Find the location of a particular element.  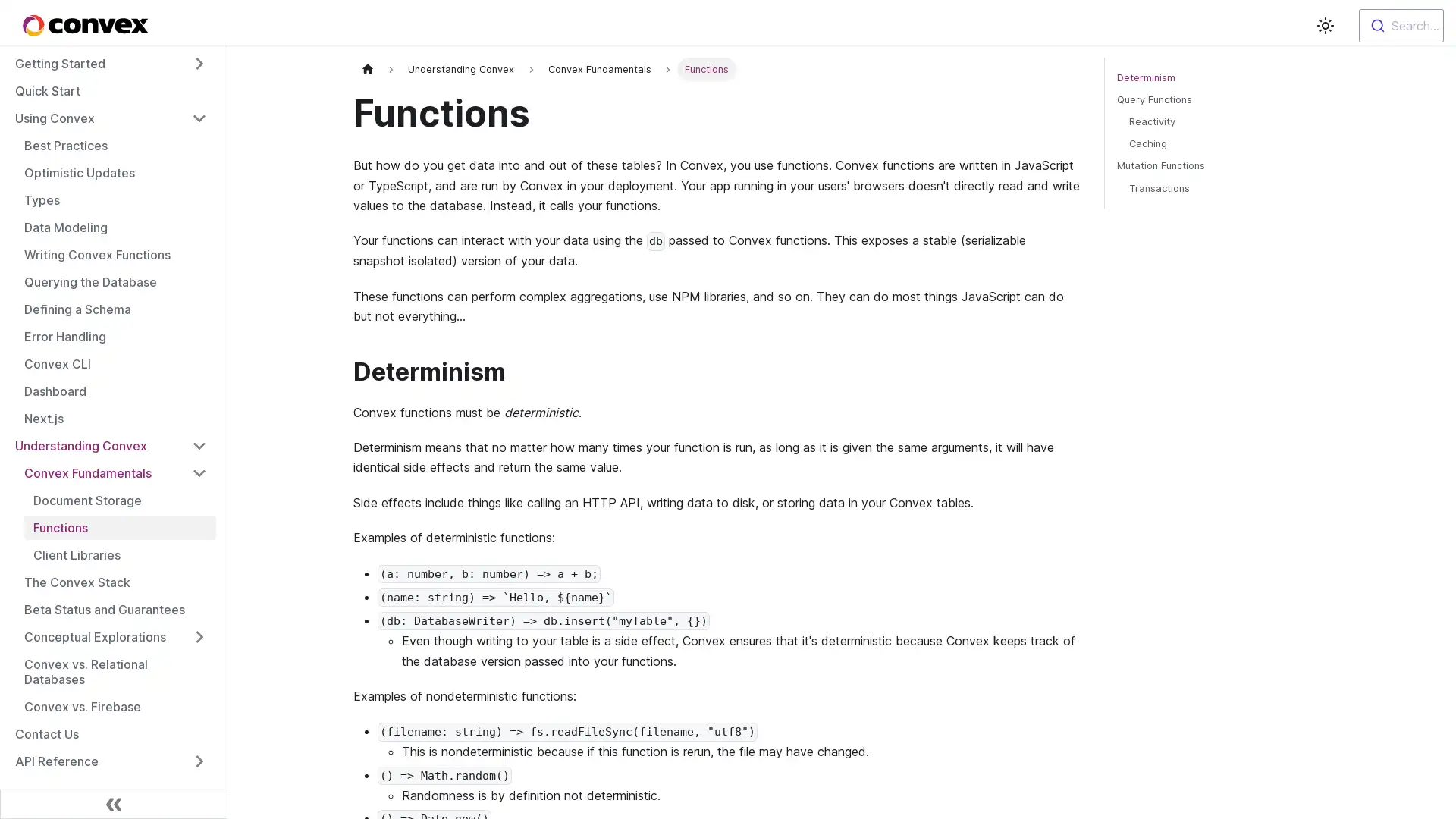

Search... is located at coordinates (1401, 26).